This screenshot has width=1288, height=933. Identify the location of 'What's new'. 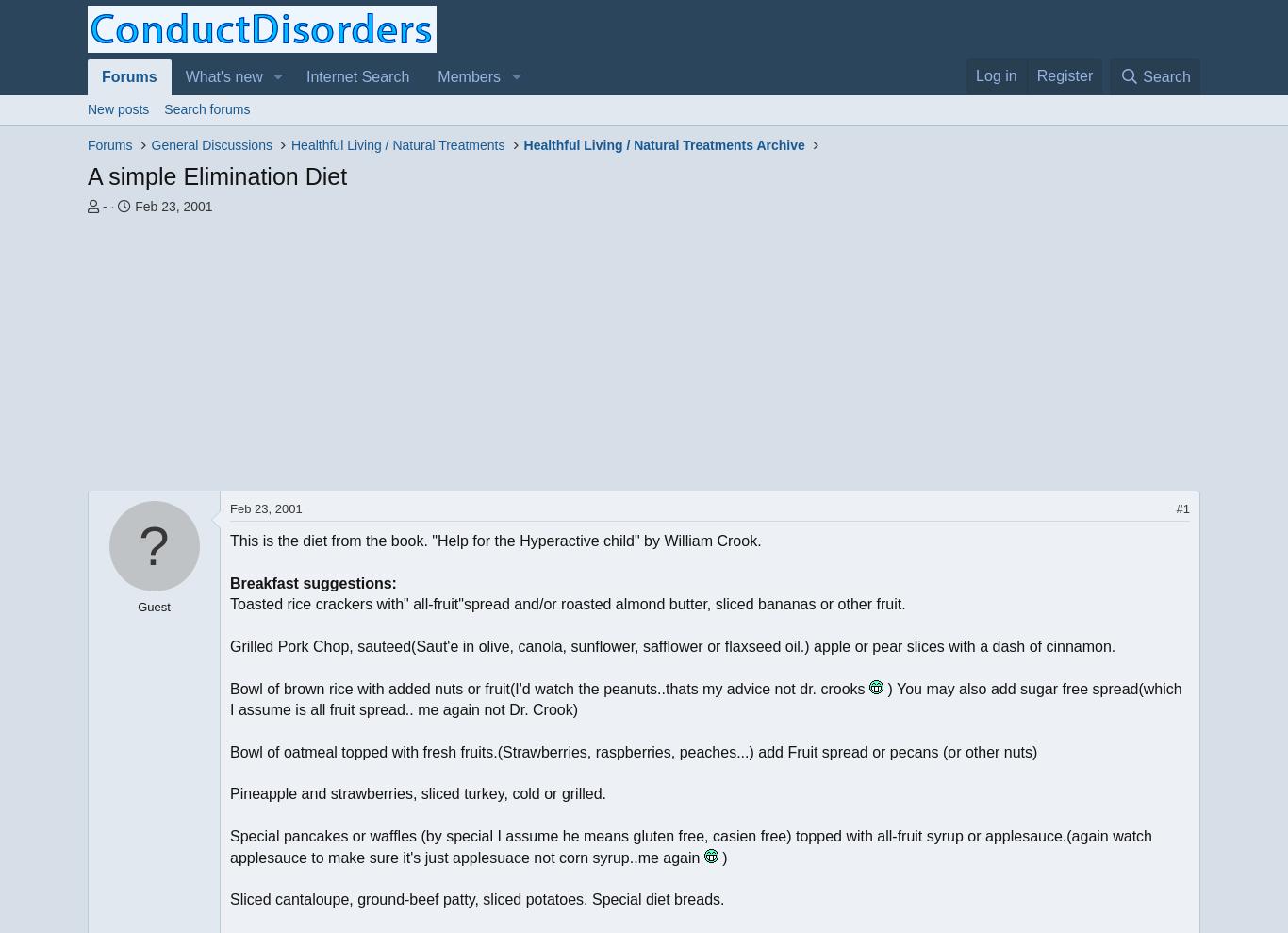
(223, 76).